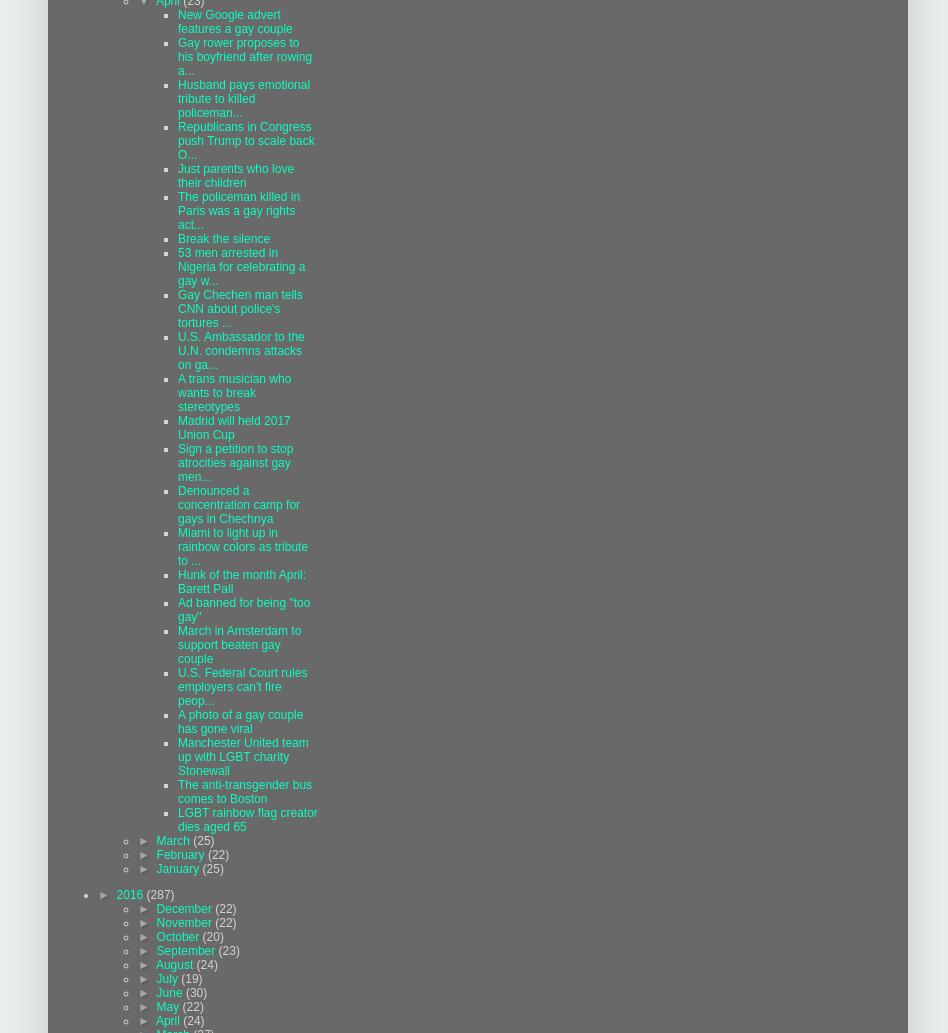  Describe the element at coordinates (177, 936) in the screenshot. I see `'October'` at that location.